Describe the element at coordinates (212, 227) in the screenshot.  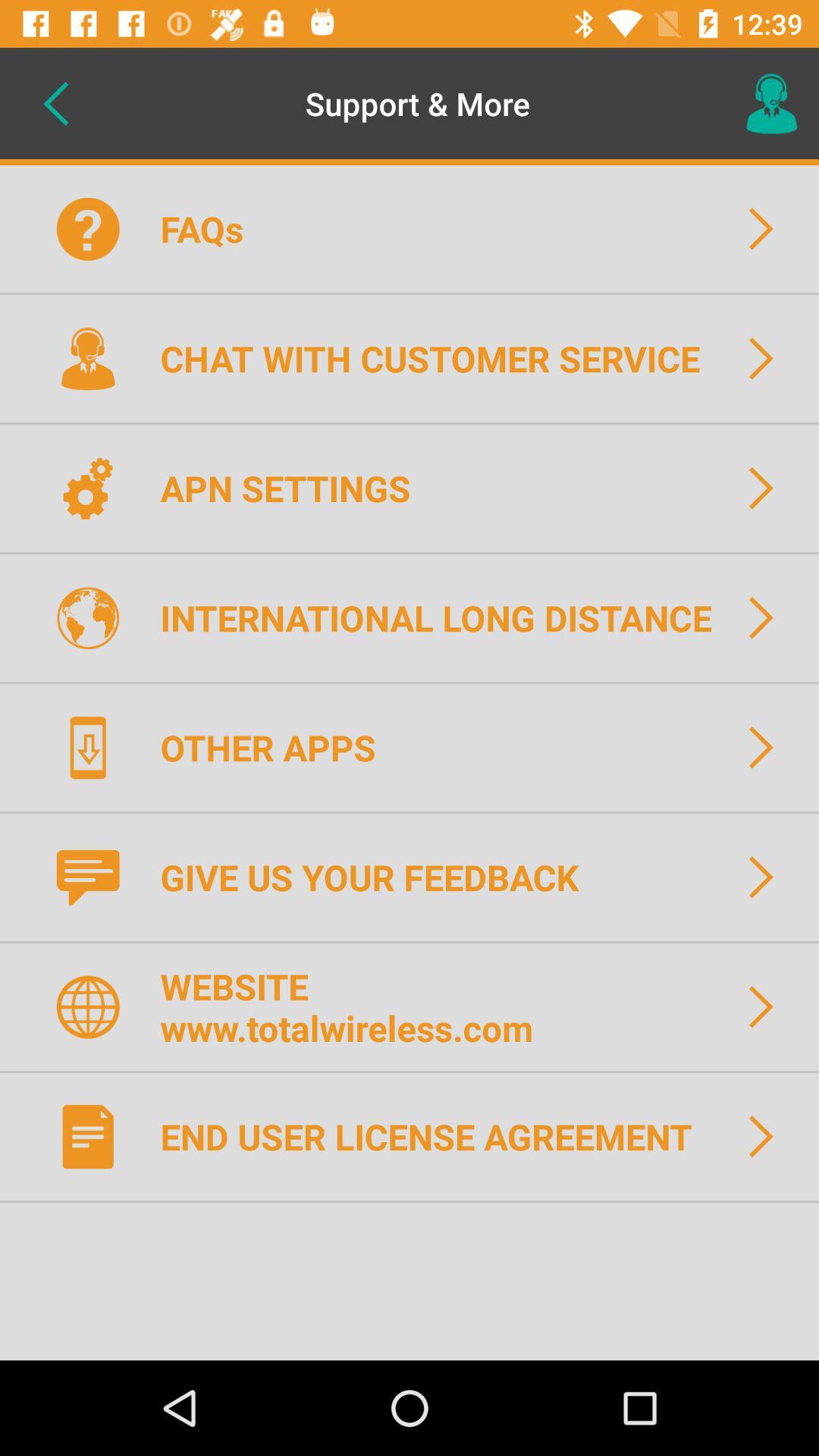
I see `the faqs item` at that location.